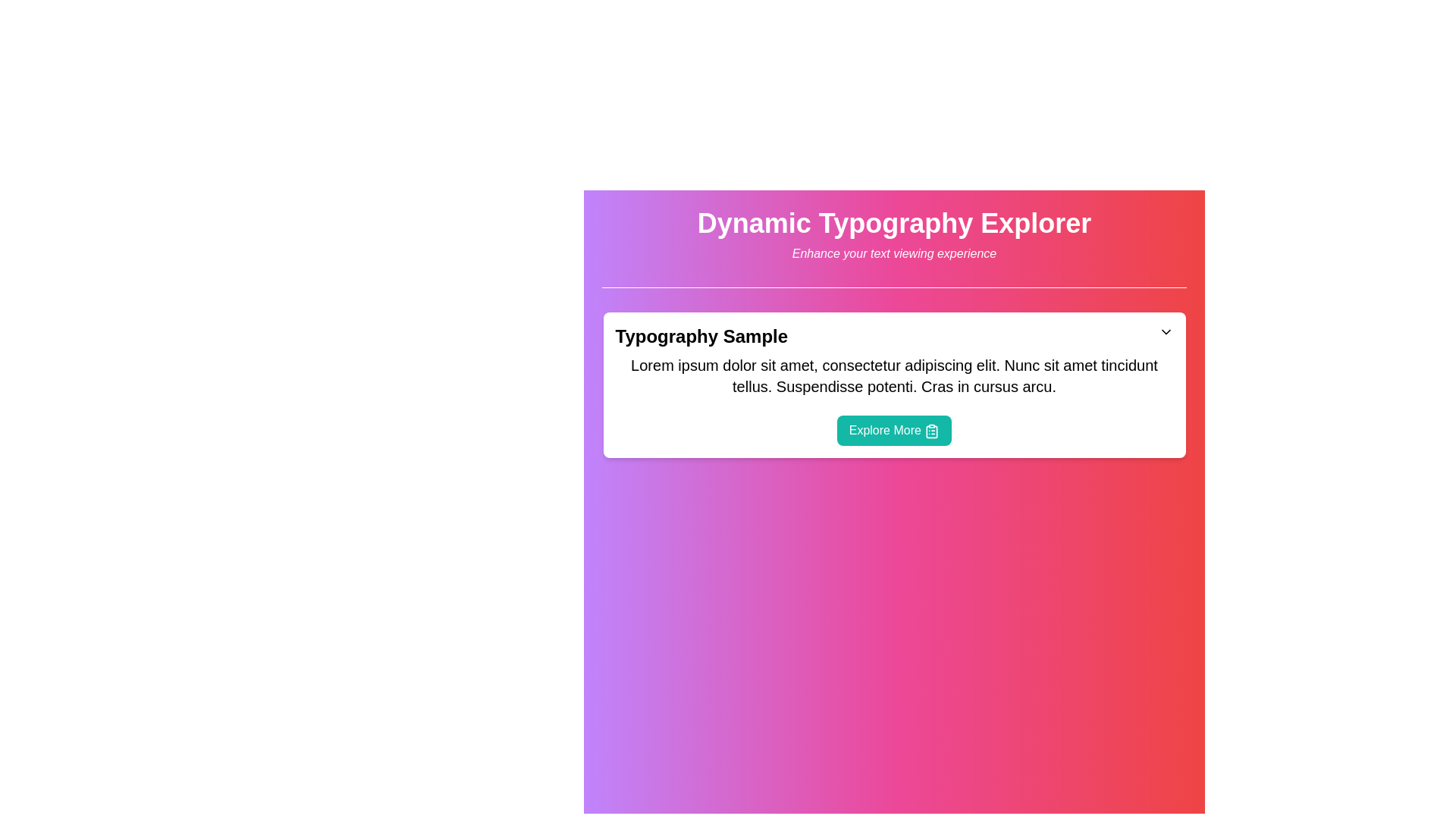  Describe the element at coordinates (894, 253) in the screenshot. I see `the subtitle text that supports the header 'Dynamic Typography Explorer', which is centered horizontally and positioned directly below it` at that location.